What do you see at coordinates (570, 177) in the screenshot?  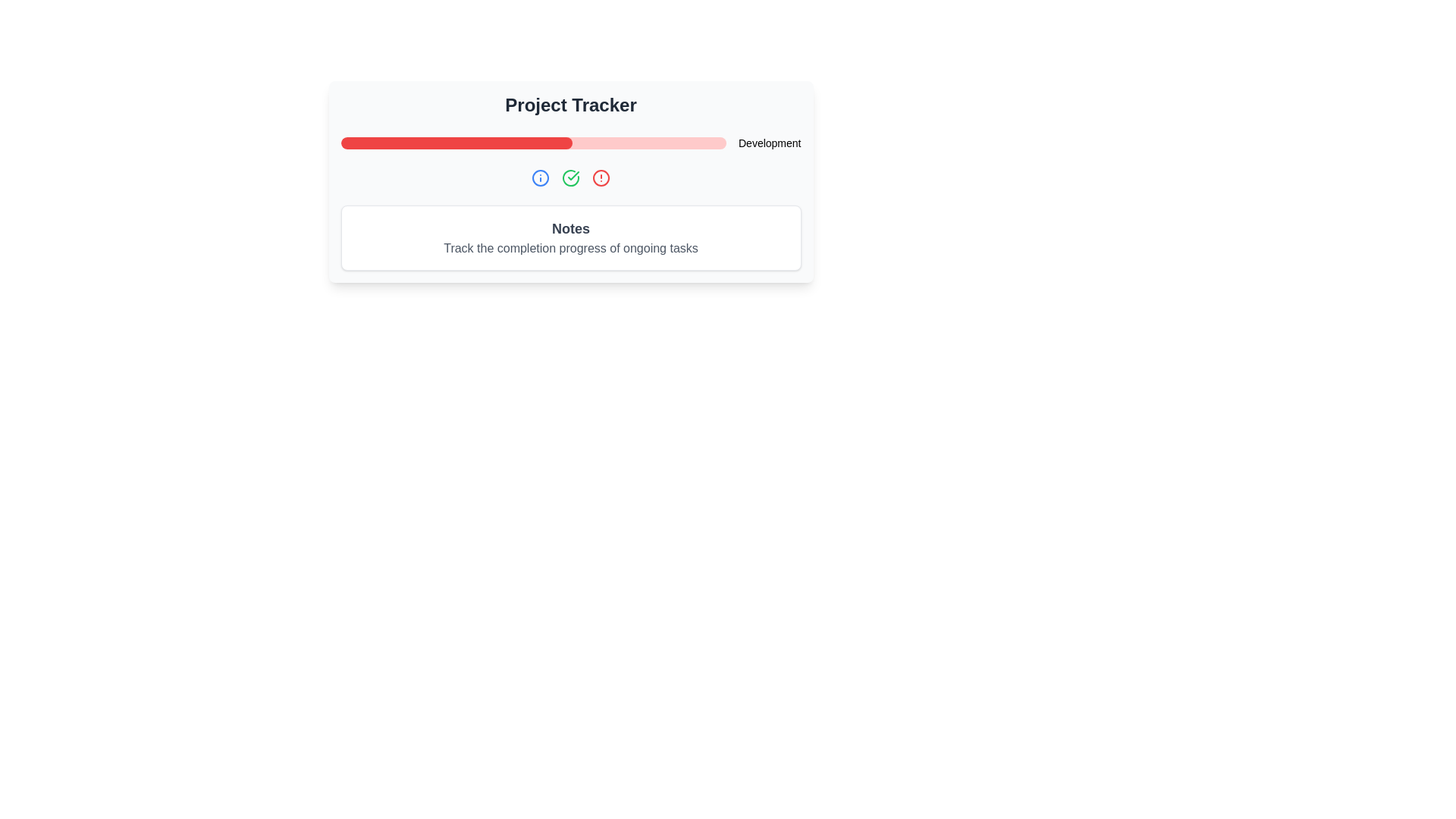 I see `the outer circle of the 'success' or 'check-circle' icon, which is located in the middle of three small icons below a progress bar` at bounding box center [570, 177].